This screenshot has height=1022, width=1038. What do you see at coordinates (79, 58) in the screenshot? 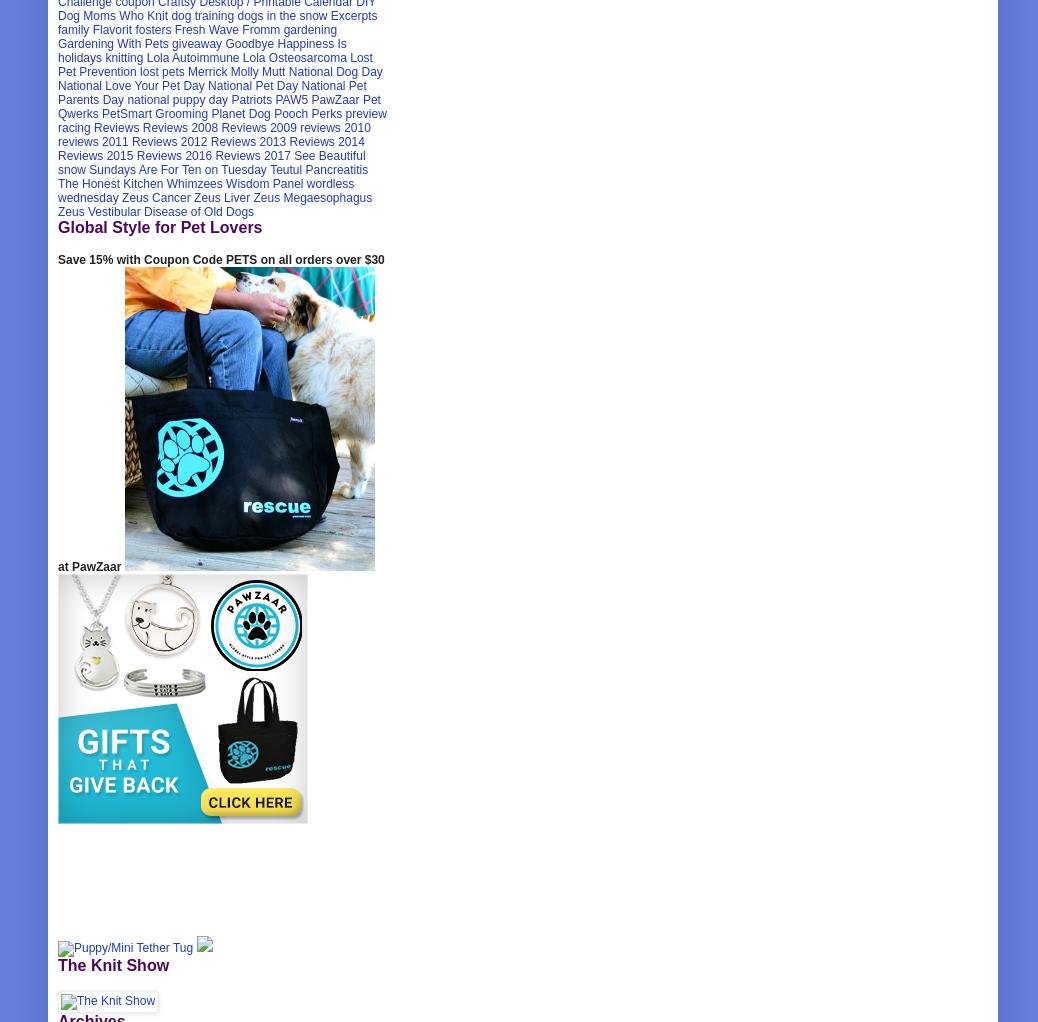
I see `'holidays'` at bounding box center [79, 58].